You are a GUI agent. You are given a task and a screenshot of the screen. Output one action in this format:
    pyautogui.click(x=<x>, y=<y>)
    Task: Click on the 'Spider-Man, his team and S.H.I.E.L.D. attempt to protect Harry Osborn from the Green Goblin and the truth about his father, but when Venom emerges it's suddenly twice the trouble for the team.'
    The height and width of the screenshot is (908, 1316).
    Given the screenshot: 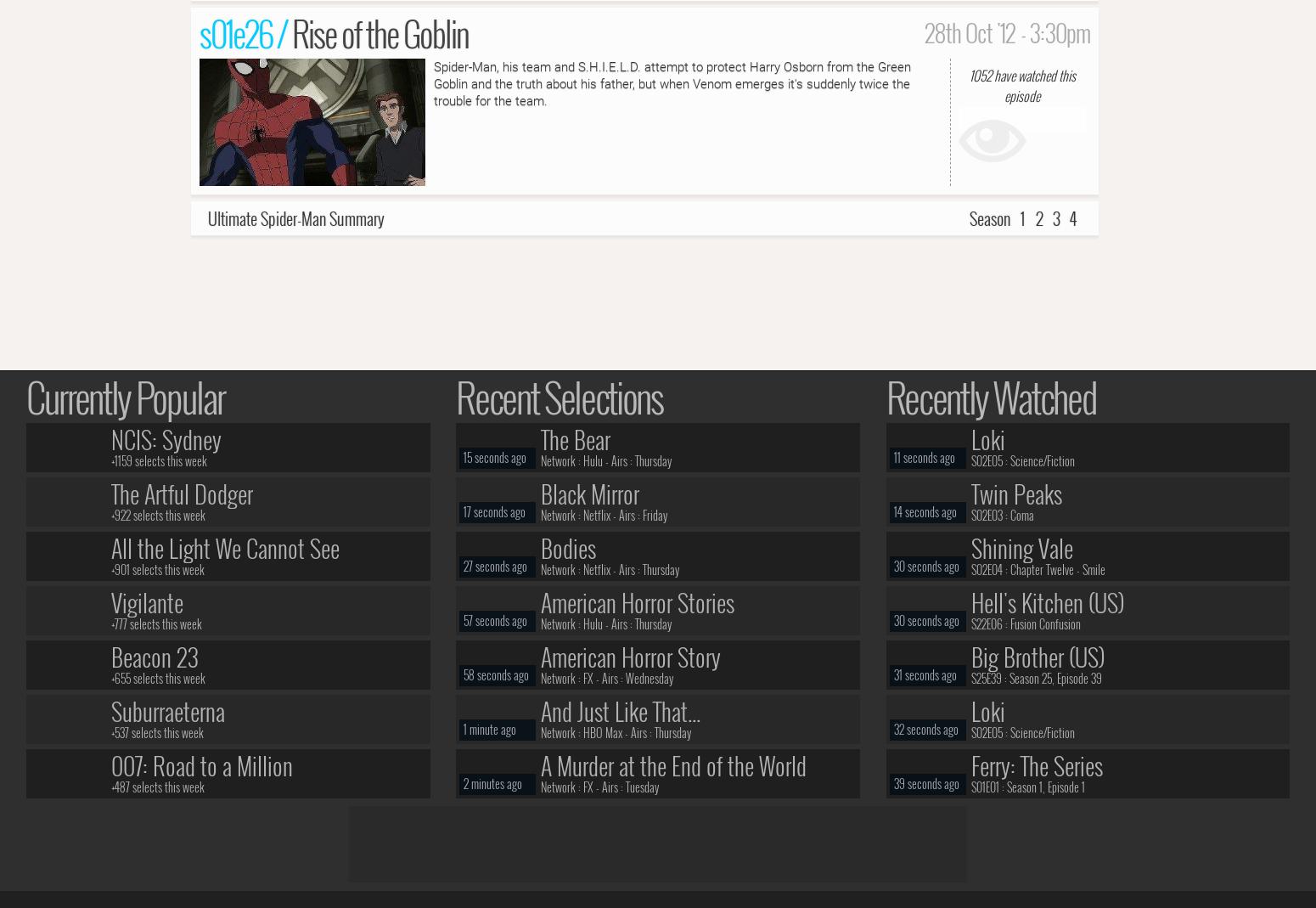 What is the action you would take?
    pyautogui.click(x=672, y=82)
    